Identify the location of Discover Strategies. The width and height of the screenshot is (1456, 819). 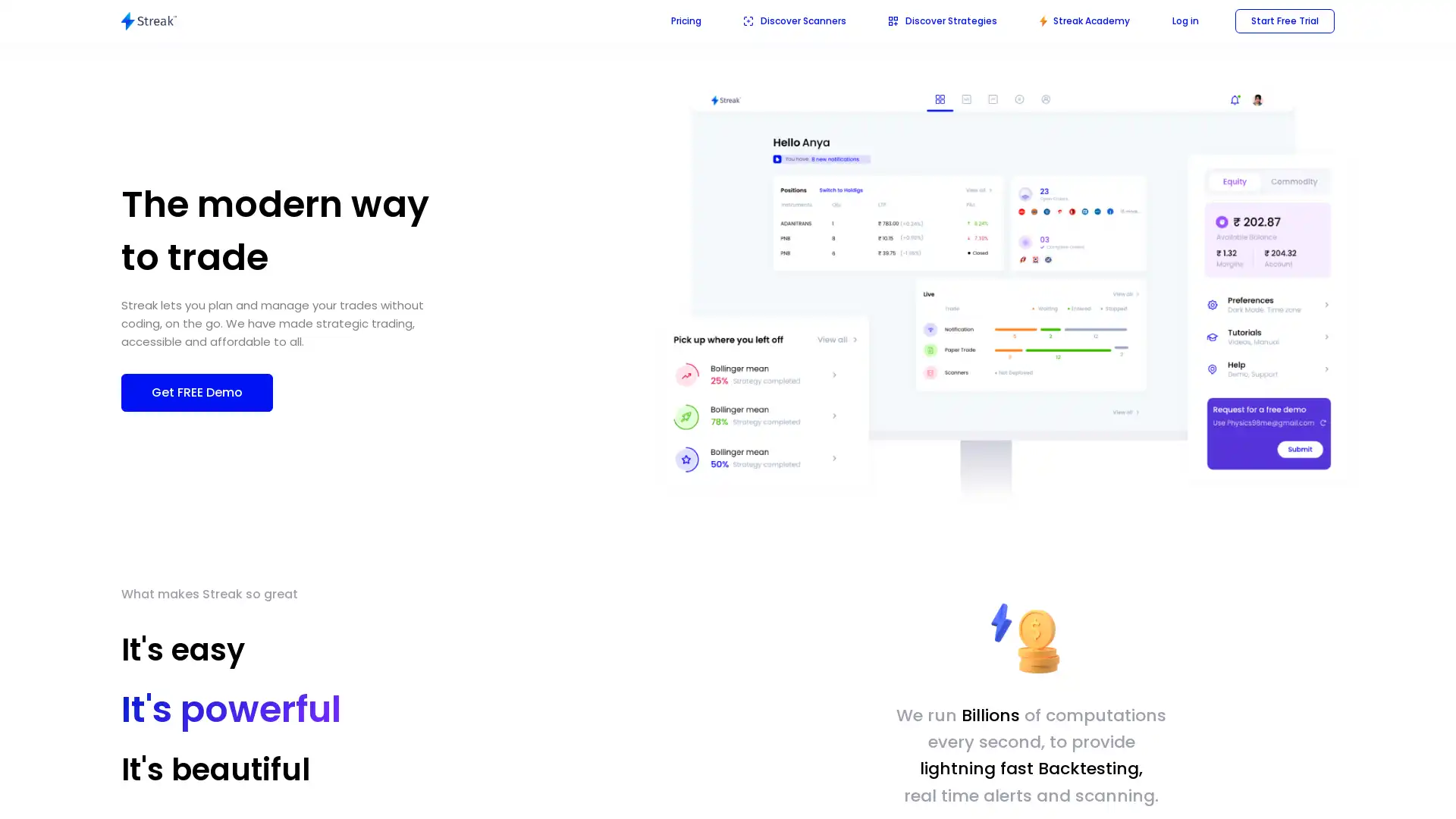
(942, 20).